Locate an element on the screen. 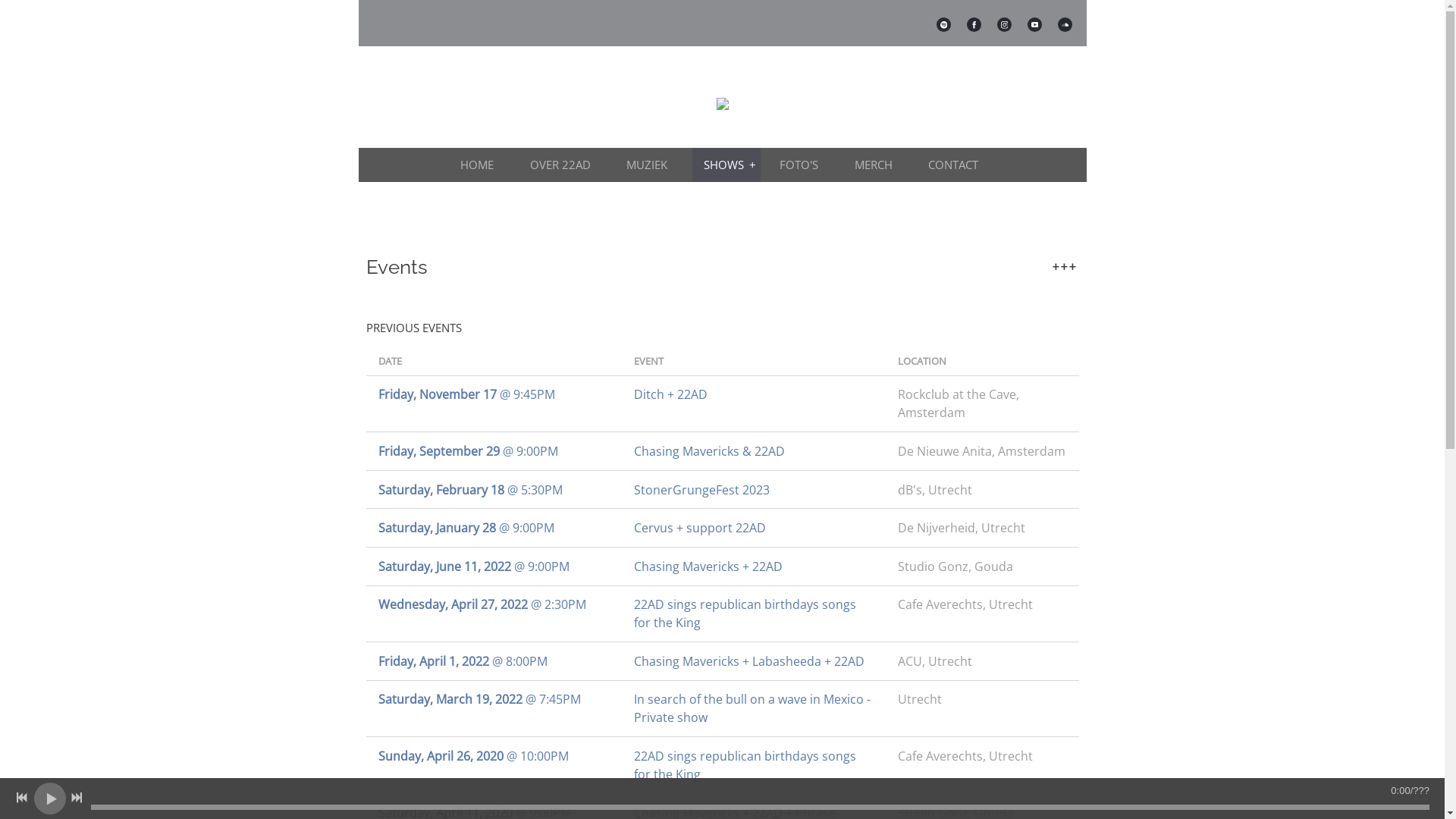 Image resolution: width=1456 pixels, height=819 pixels. 'SHOWS' is located at coordinates (726, 165).